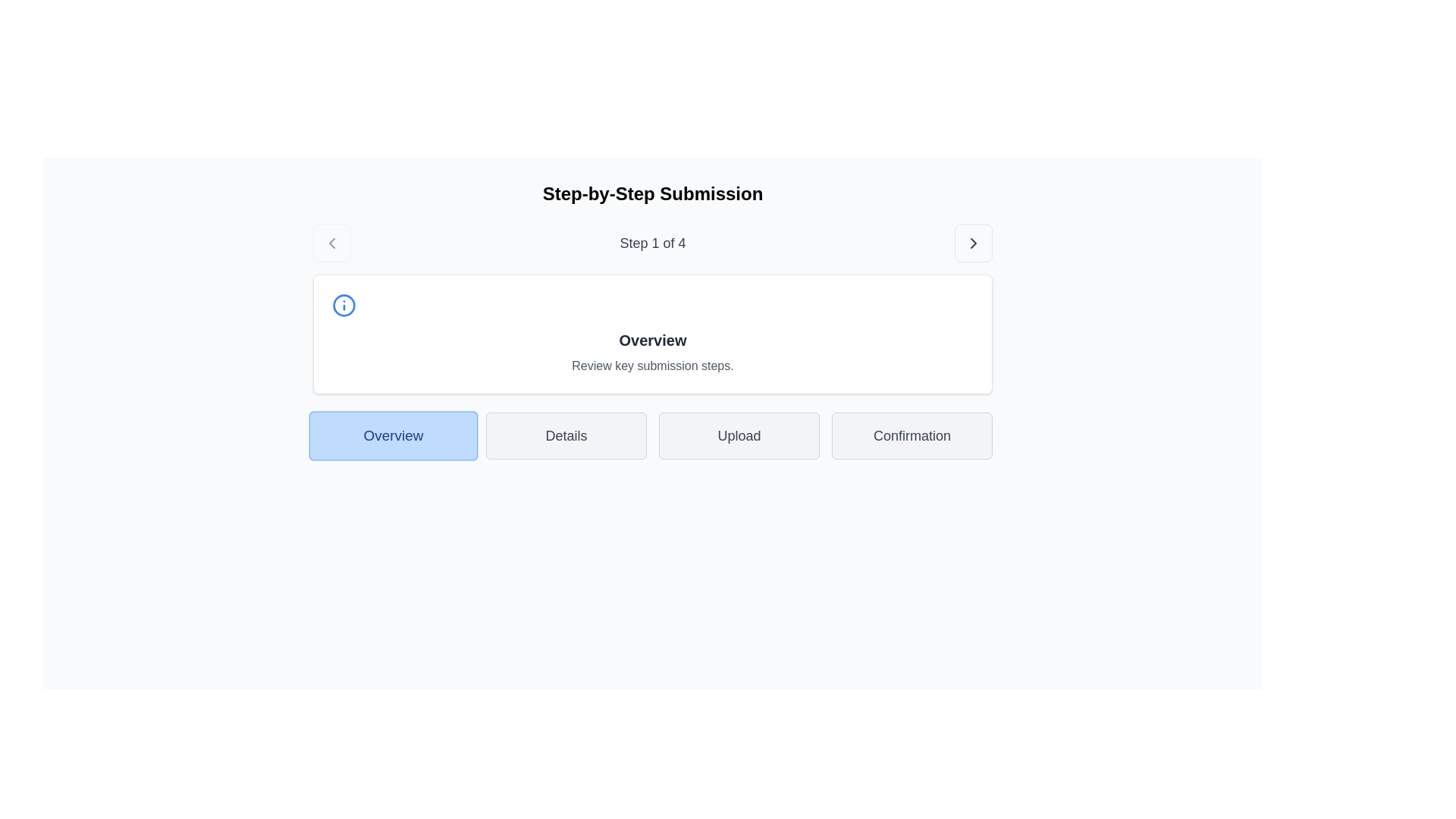 The width and height of the screenshot is (1456, 819). I want to click on the navigation tab of the Informational dialog, so click(652, 320).